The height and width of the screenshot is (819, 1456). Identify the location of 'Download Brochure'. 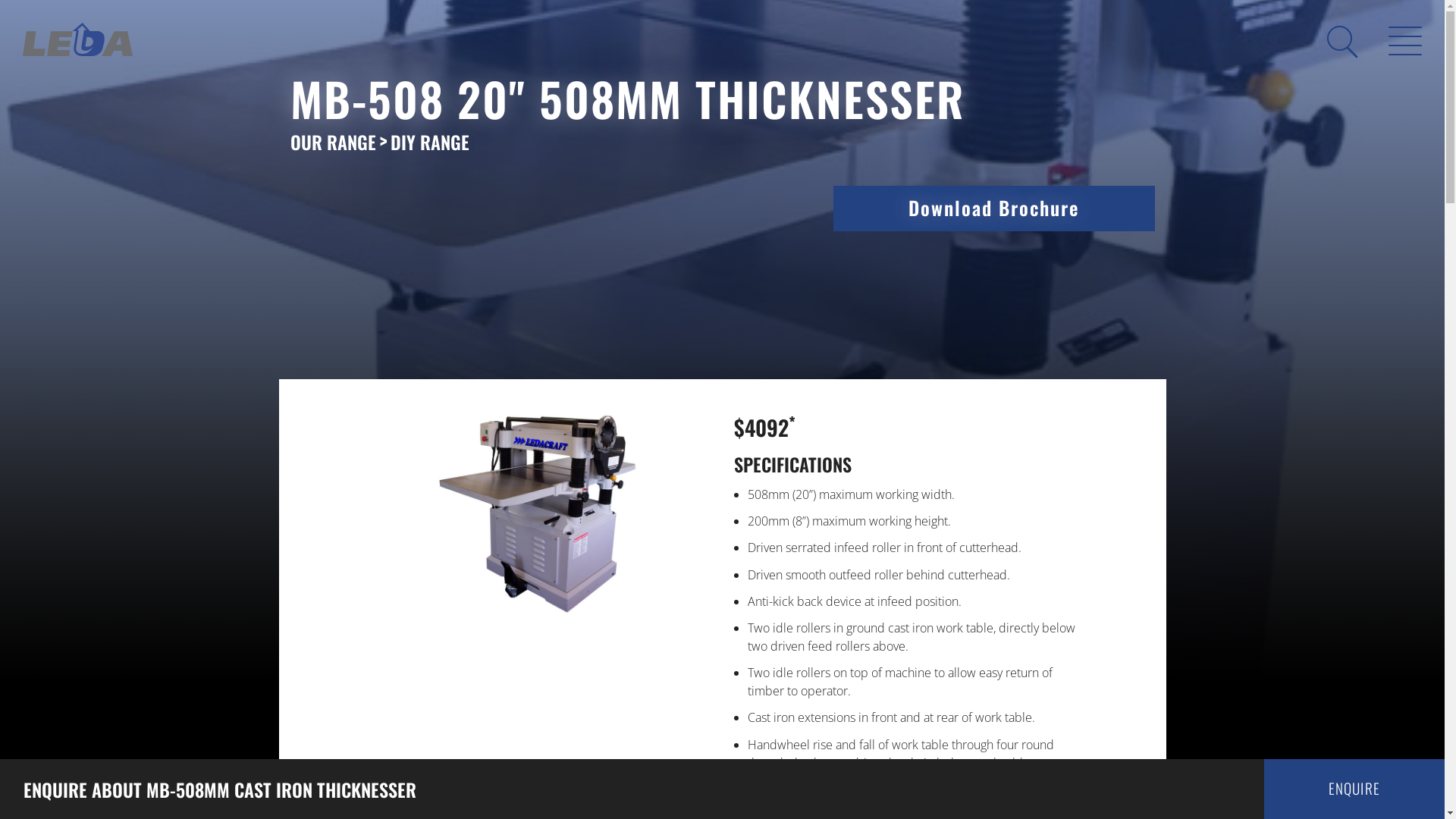
(993, 208).